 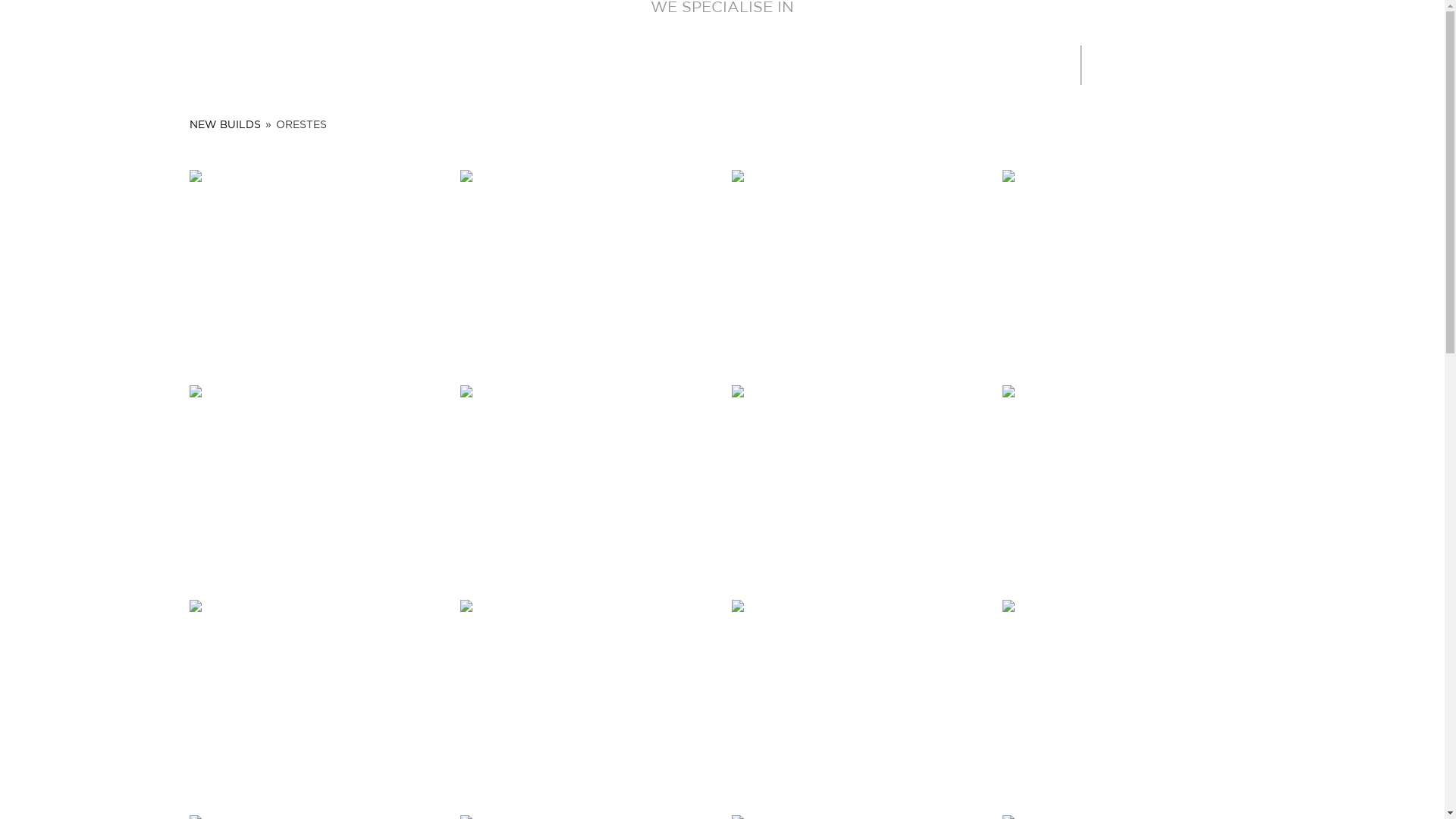 What do you see at coordinates (440, 62) in the screenshot?
I see `'HOME'` at bounding box center [440, 62].